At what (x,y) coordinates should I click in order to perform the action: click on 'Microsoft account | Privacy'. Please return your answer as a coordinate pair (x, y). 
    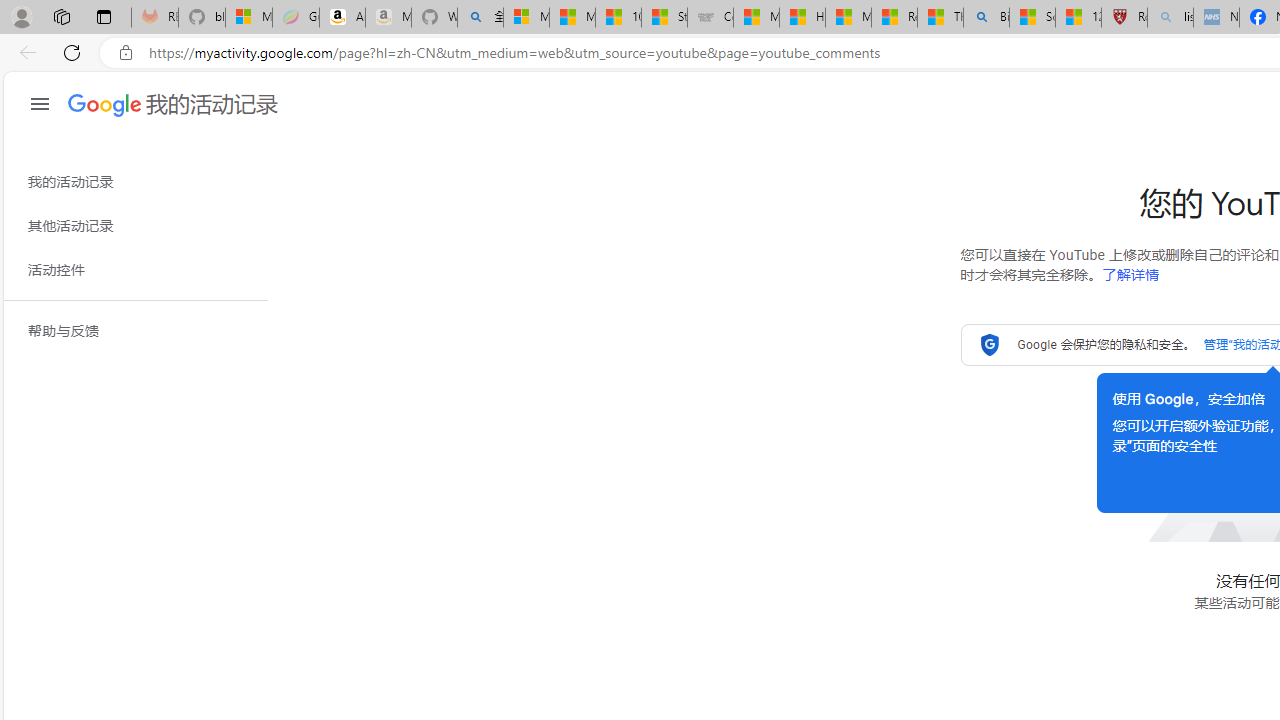
    Looking at the image, I should click on (526, 17).